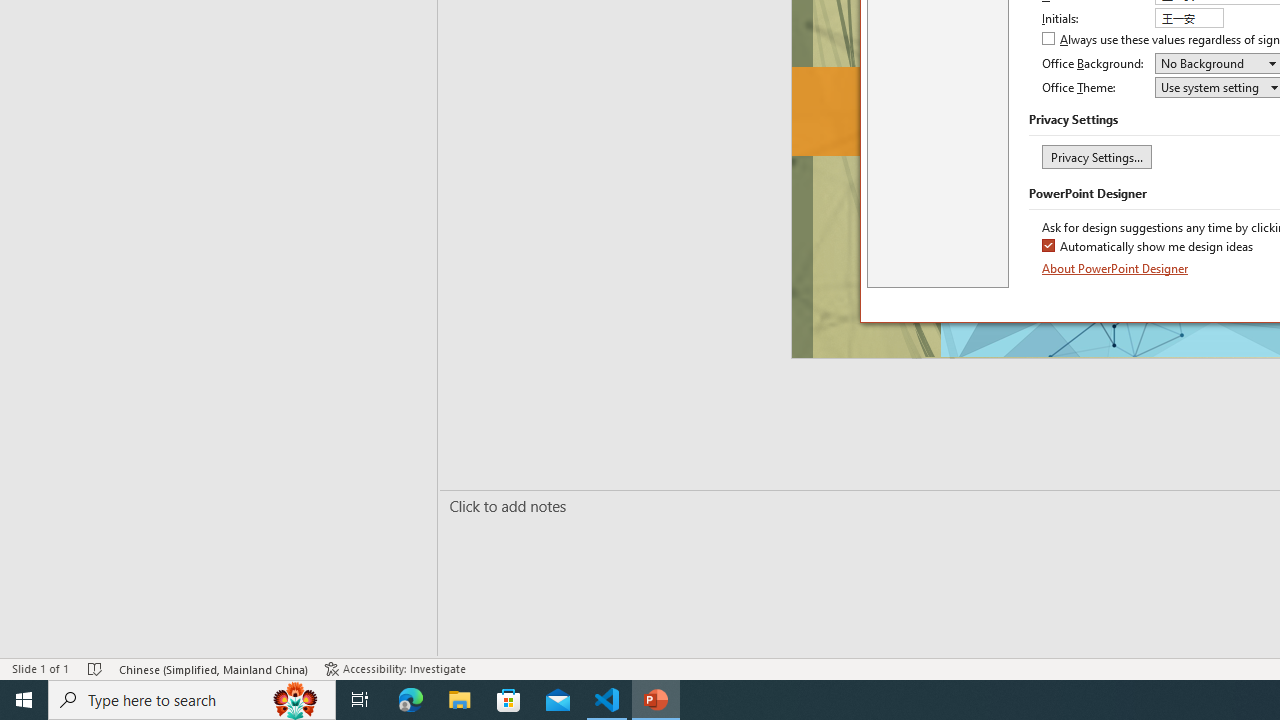 The height and width of the screenshot is (720, 1280). What do you see at coordinates (294, 698) in the screenshot?
I see `'Search highlights icon opens search home window'` at bounding box center [294, 698].